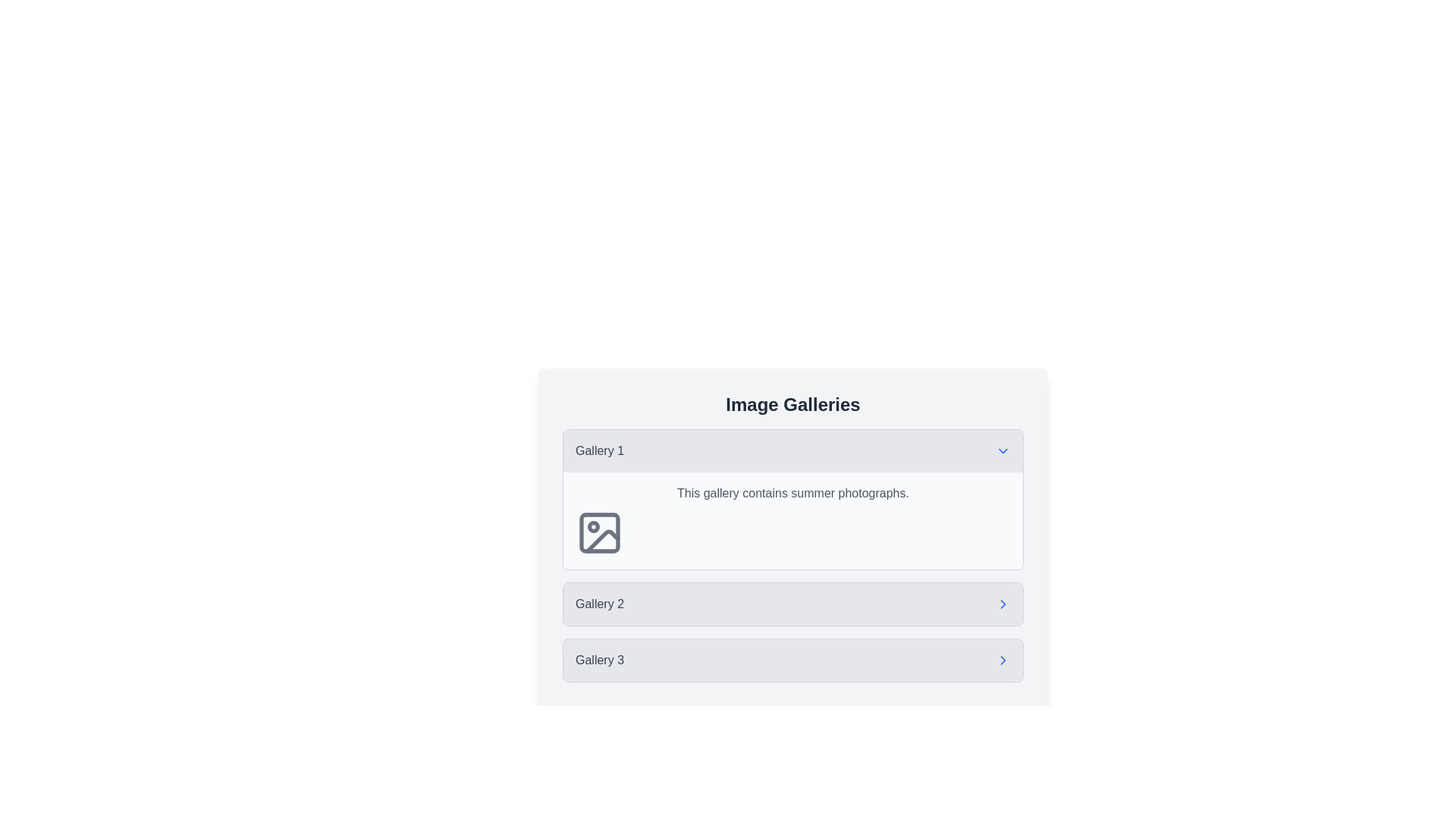 The image size is (1456, 819). I want to click on the Icon background (SVG rectangle) element, which serves as a visual background for an image icon in 'Gallery 1', so click(599, 532).